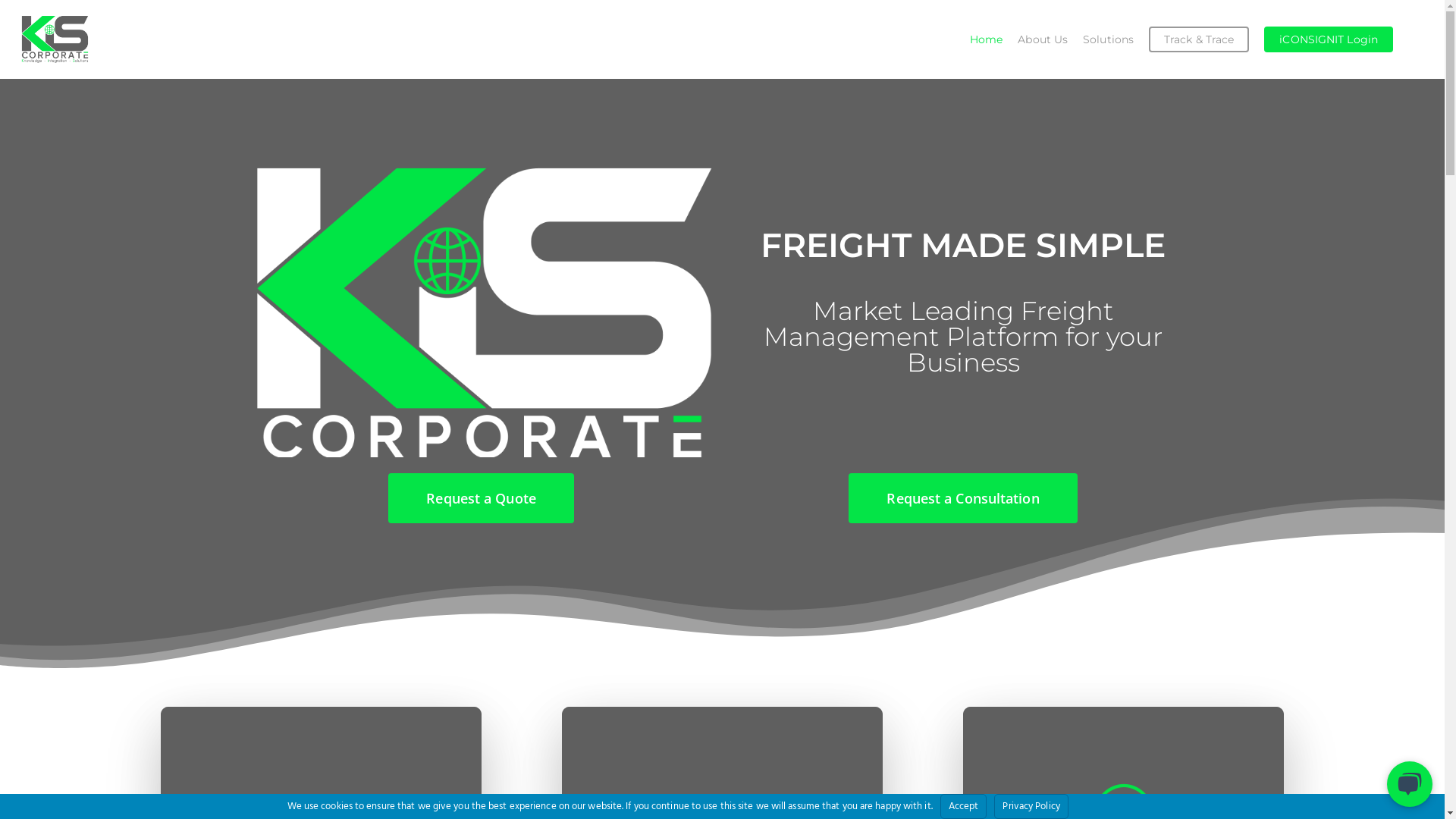 The width and height of the screenshot is (1456, 819). What do you see at coordinates (1263, 38) in the screenshot?
I see `'iCONSIGNIT Login'` at bounding box center [1263, 38].